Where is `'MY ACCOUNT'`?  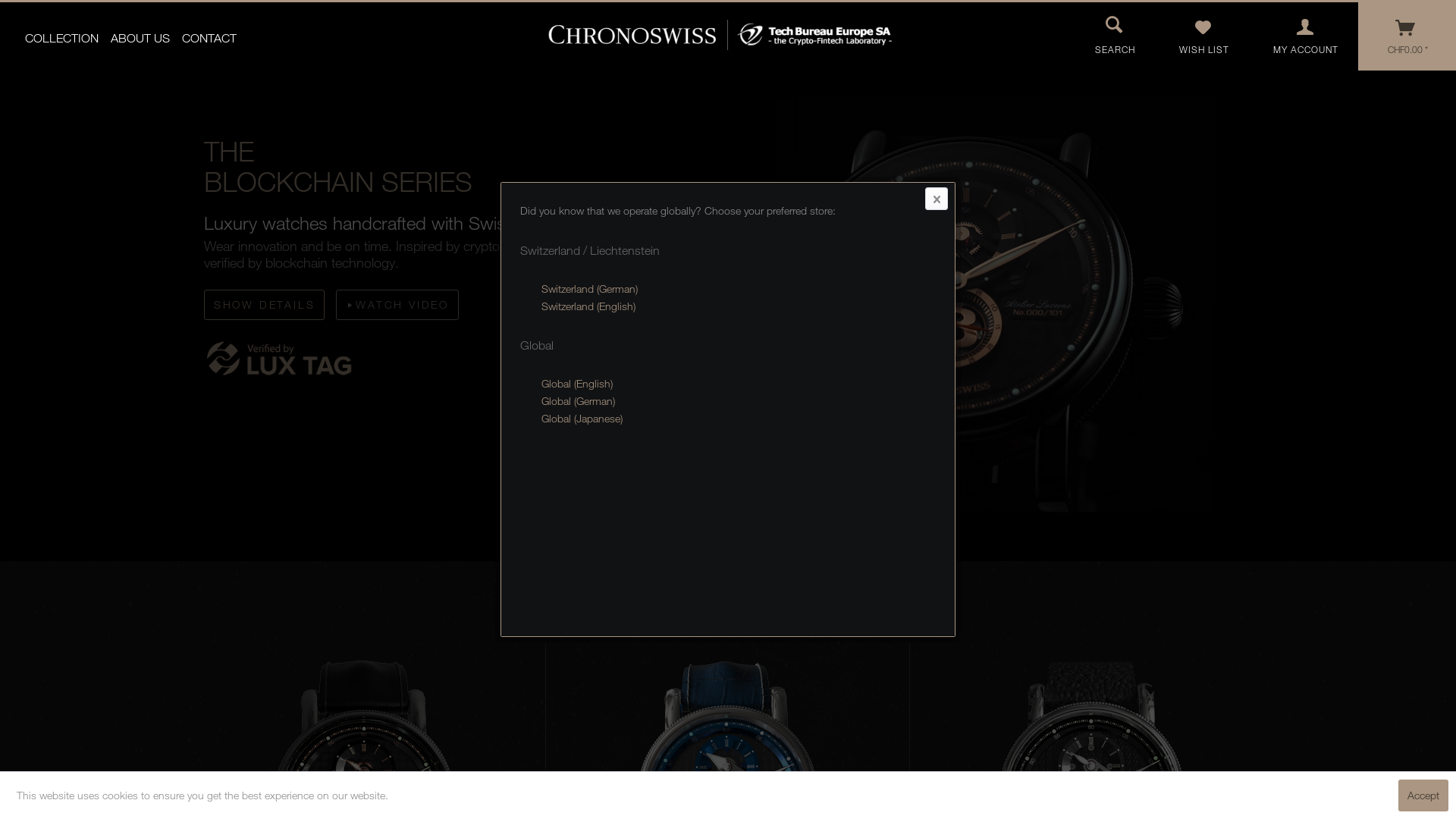 'MY ACCOUNT' is located at coordinates (1305, 35).